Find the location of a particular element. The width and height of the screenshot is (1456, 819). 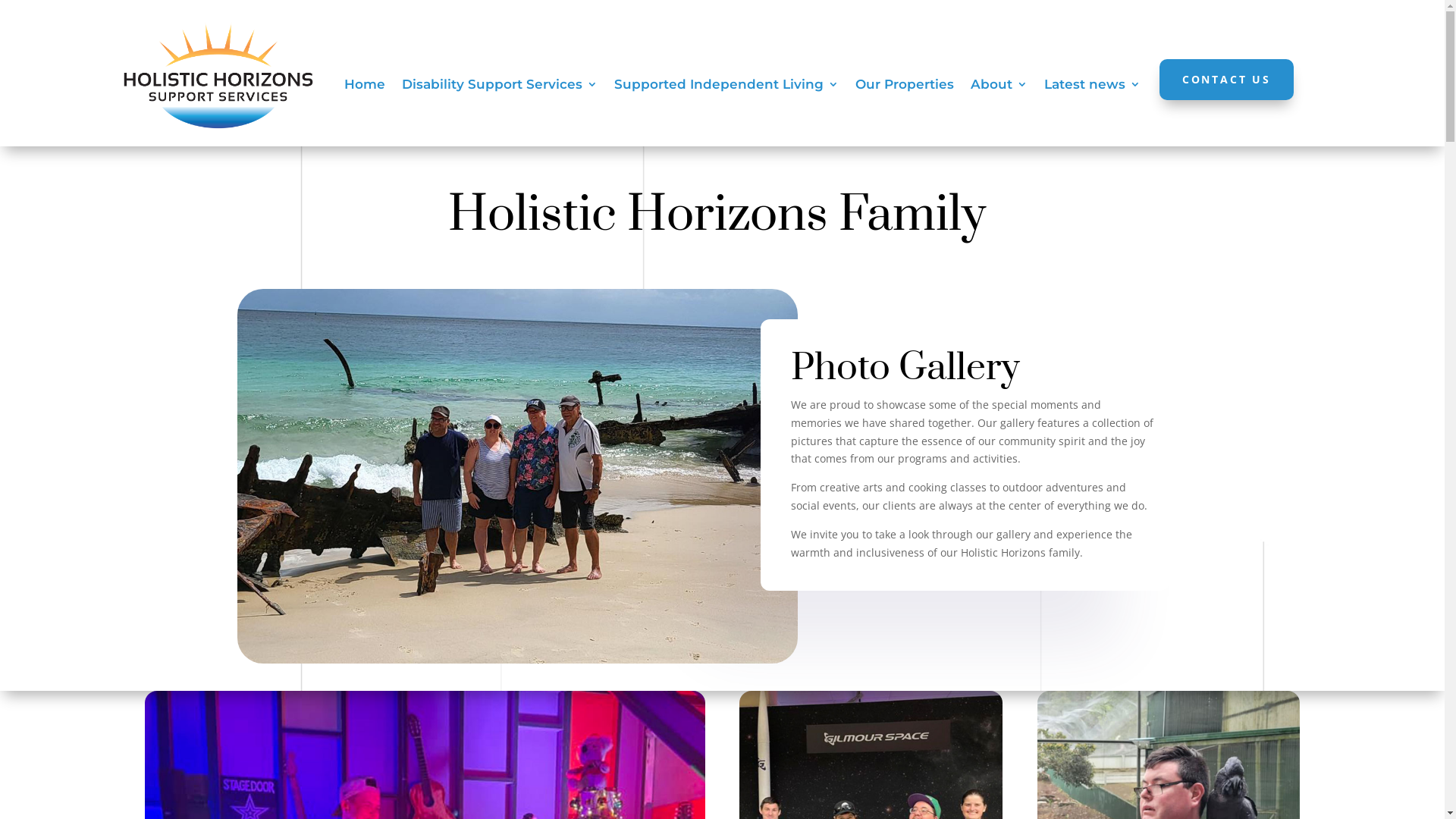

'Disability Support Services' is located at coordinates (499, 87).